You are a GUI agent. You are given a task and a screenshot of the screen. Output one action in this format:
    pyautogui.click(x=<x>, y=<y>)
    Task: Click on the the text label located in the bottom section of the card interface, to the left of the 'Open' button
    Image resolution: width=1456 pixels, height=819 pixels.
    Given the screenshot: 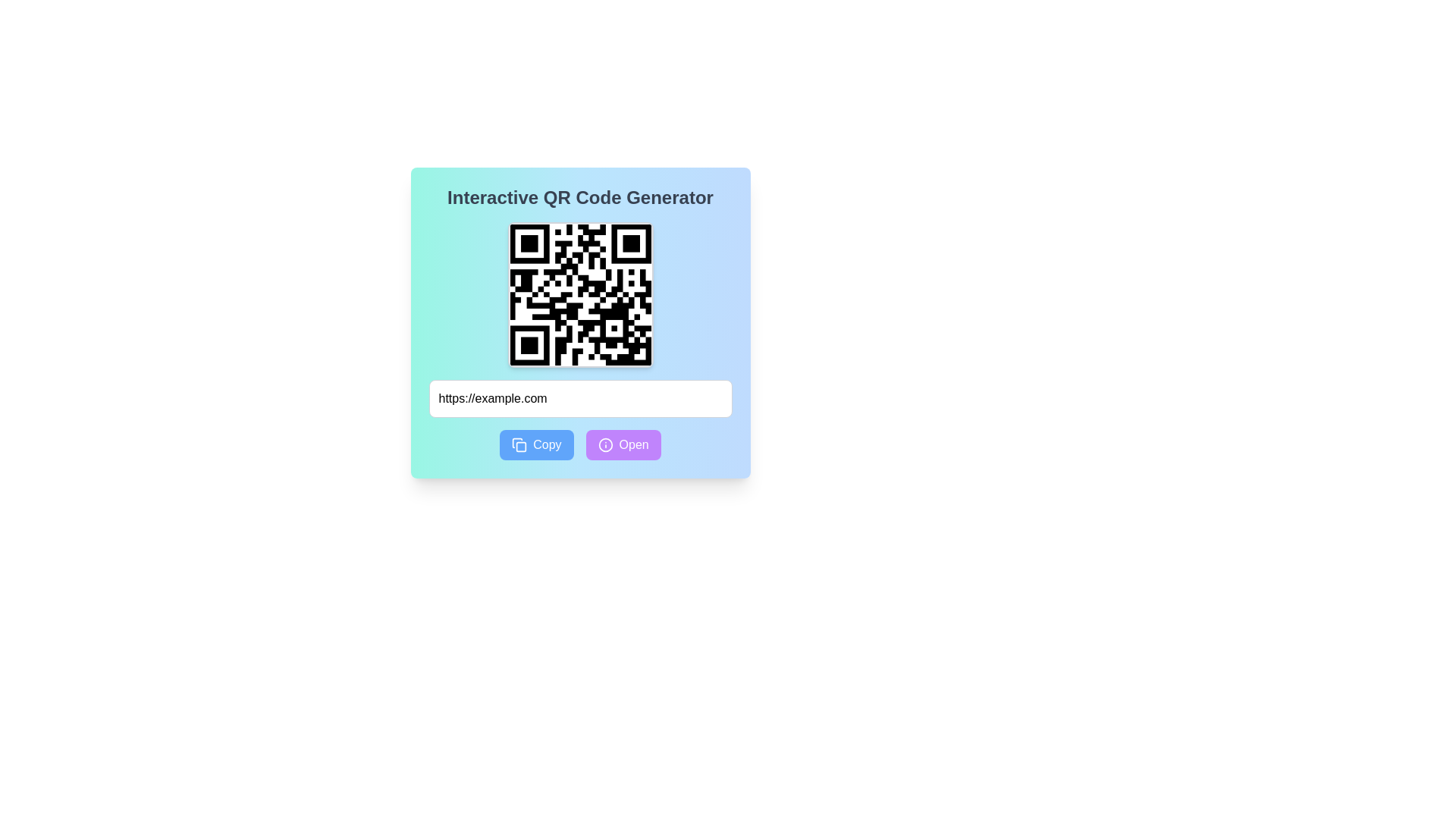 What is the action you would take?
    pyautogui.click(x=546, y=444)
    